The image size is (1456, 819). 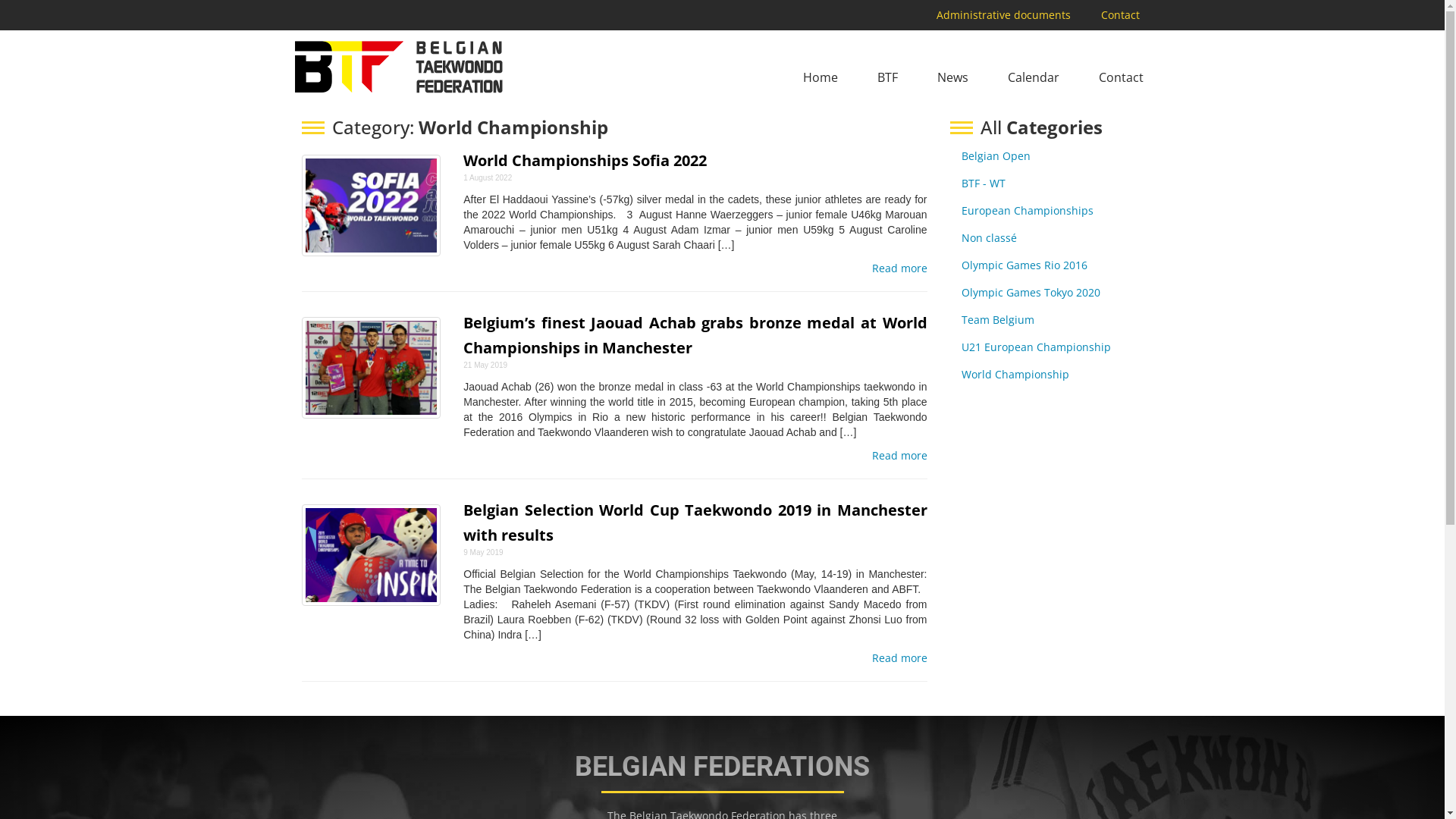 What do you see at coordinates (1003, 14) in the screenshot?
I see `'Administrative documents'` at bounding box center [1003, 14].